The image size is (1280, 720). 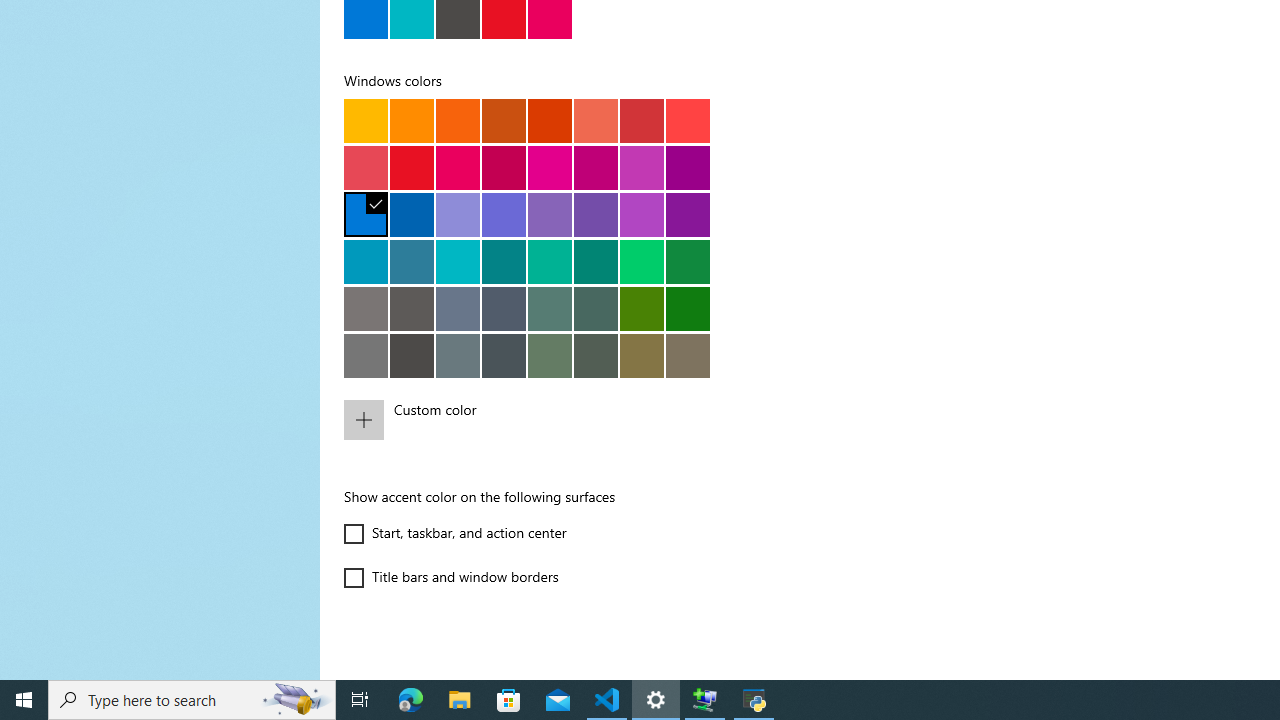 What do you see at coordinates (641, 260) in the screenshot?
I see `'Turf green'` at bounding box center [641, 260].